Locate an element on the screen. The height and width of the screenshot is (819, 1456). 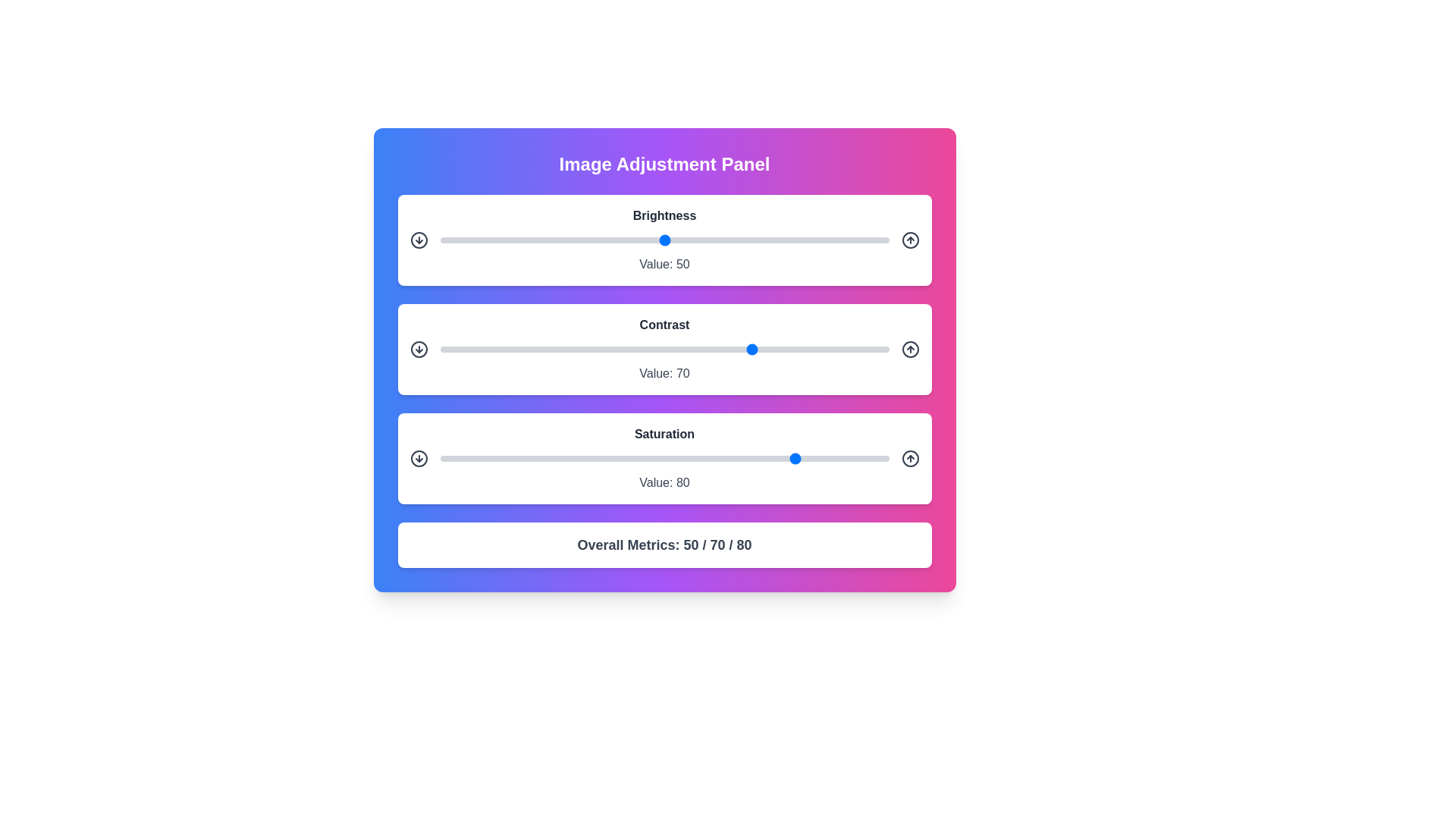
saturation is located at coordinates (444, 458).